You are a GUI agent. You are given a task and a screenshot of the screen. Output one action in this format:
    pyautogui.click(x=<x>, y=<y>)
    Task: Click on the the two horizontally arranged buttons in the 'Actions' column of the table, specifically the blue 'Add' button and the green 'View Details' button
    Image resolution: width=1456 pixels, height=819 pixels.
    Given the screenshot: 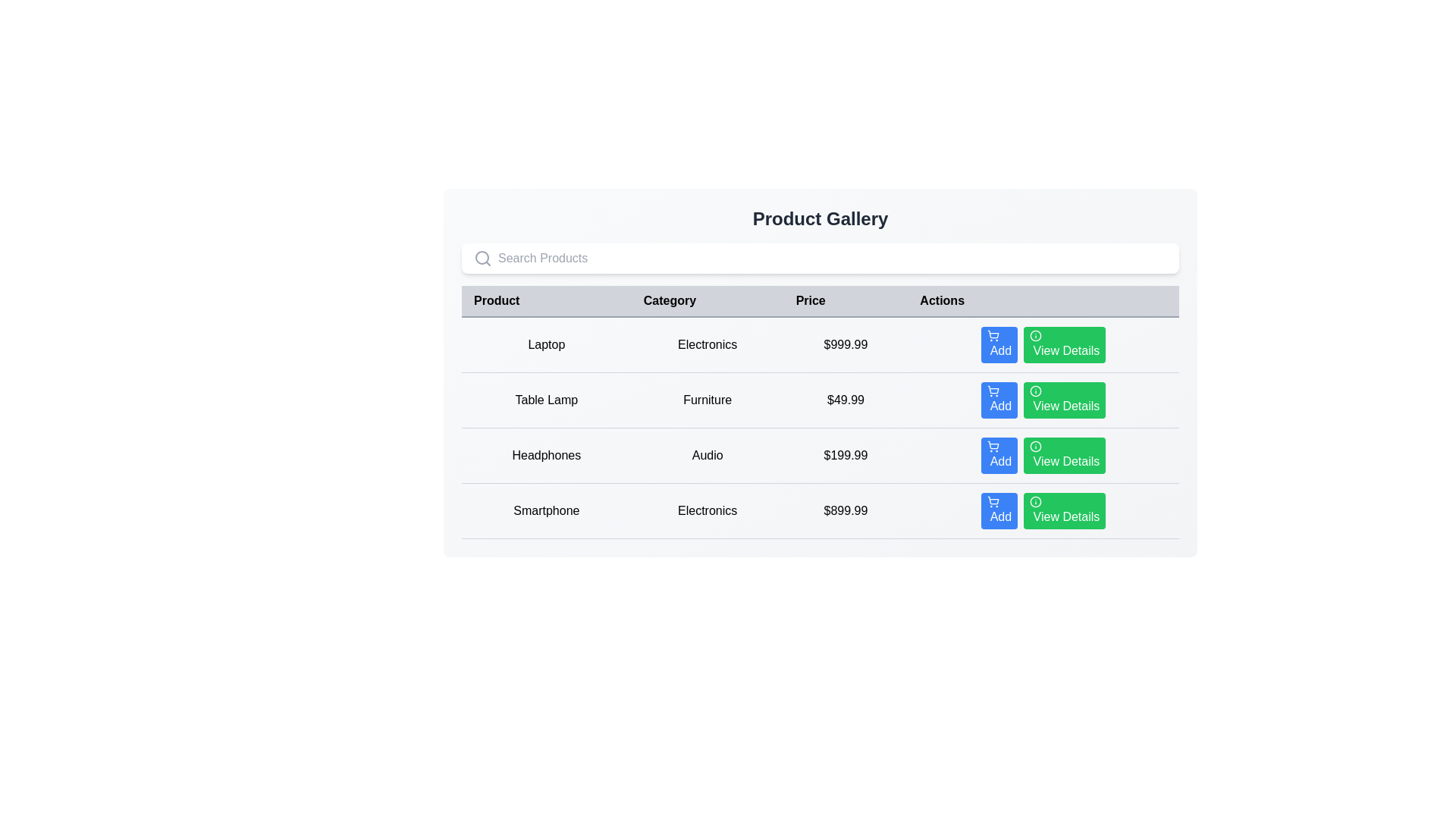 What is the action you would take?
    pyautogui.click(x=1043, y=344)
    